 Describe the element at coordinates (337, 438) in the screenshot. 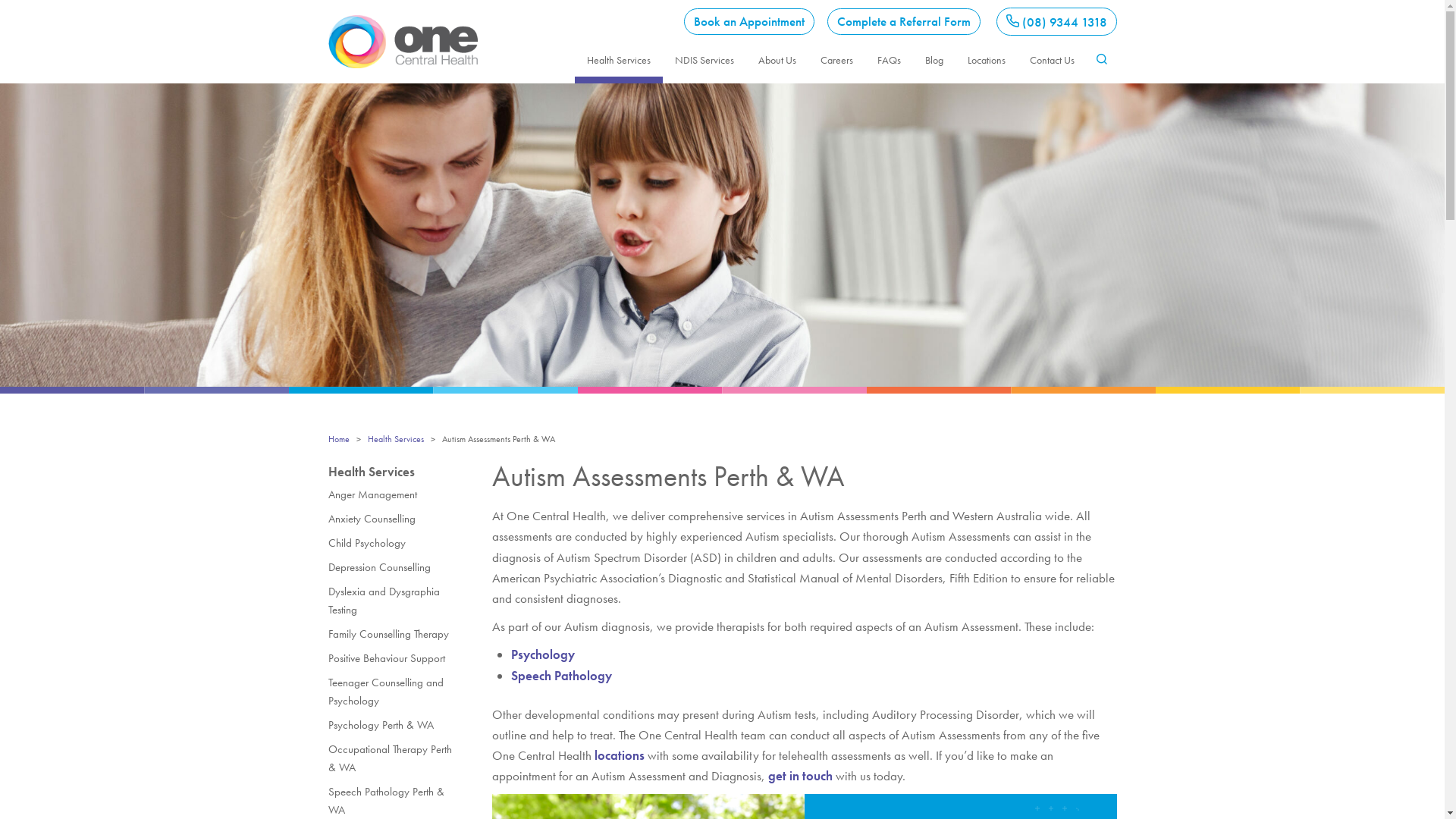

I see `'Home'` at that location.